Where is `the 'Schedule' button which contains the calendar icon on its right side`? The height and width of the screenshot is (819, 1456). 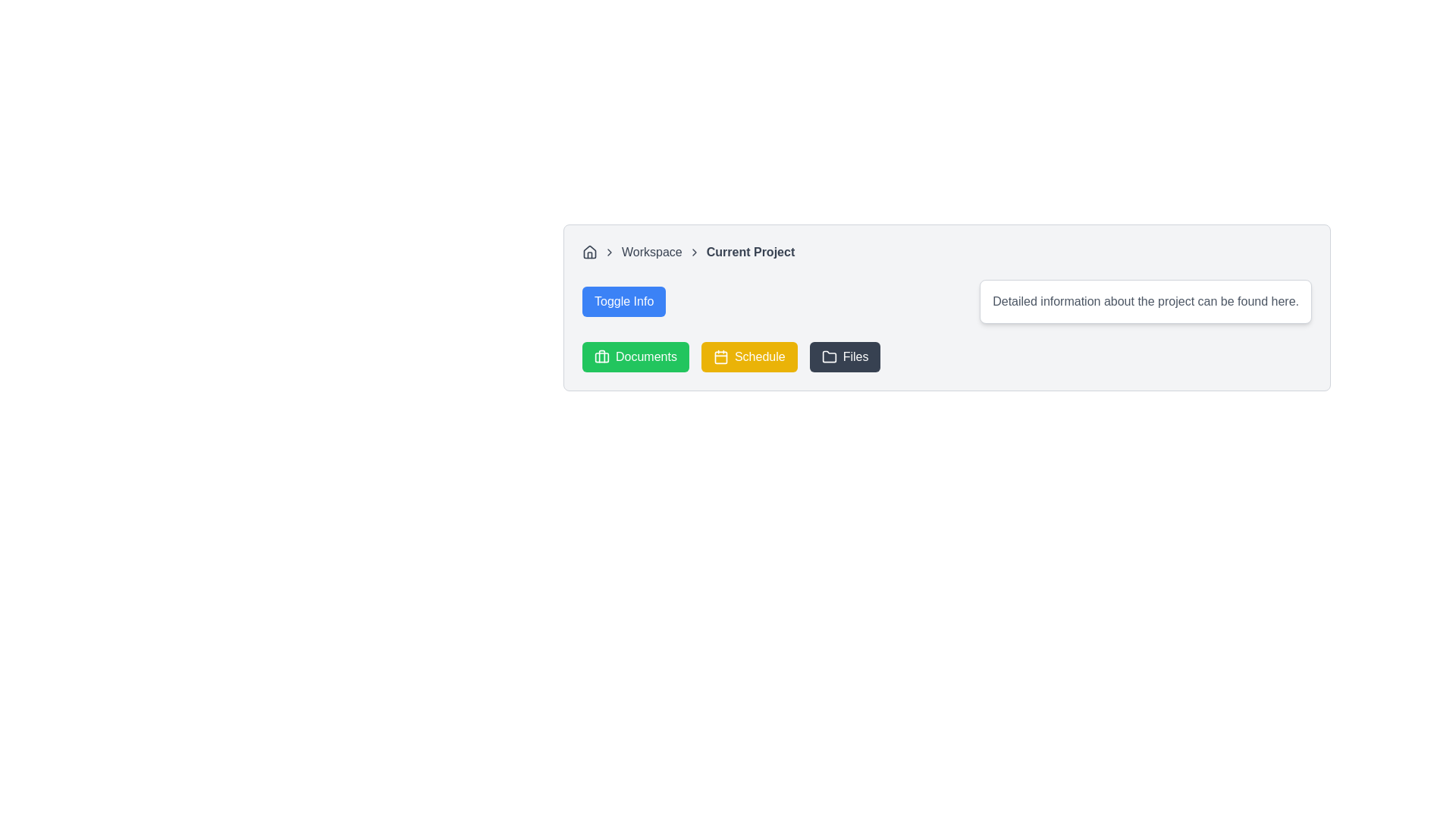
the 'Schedule' button which contains the calendar icon on its right side is located at coordinates (720, 356).